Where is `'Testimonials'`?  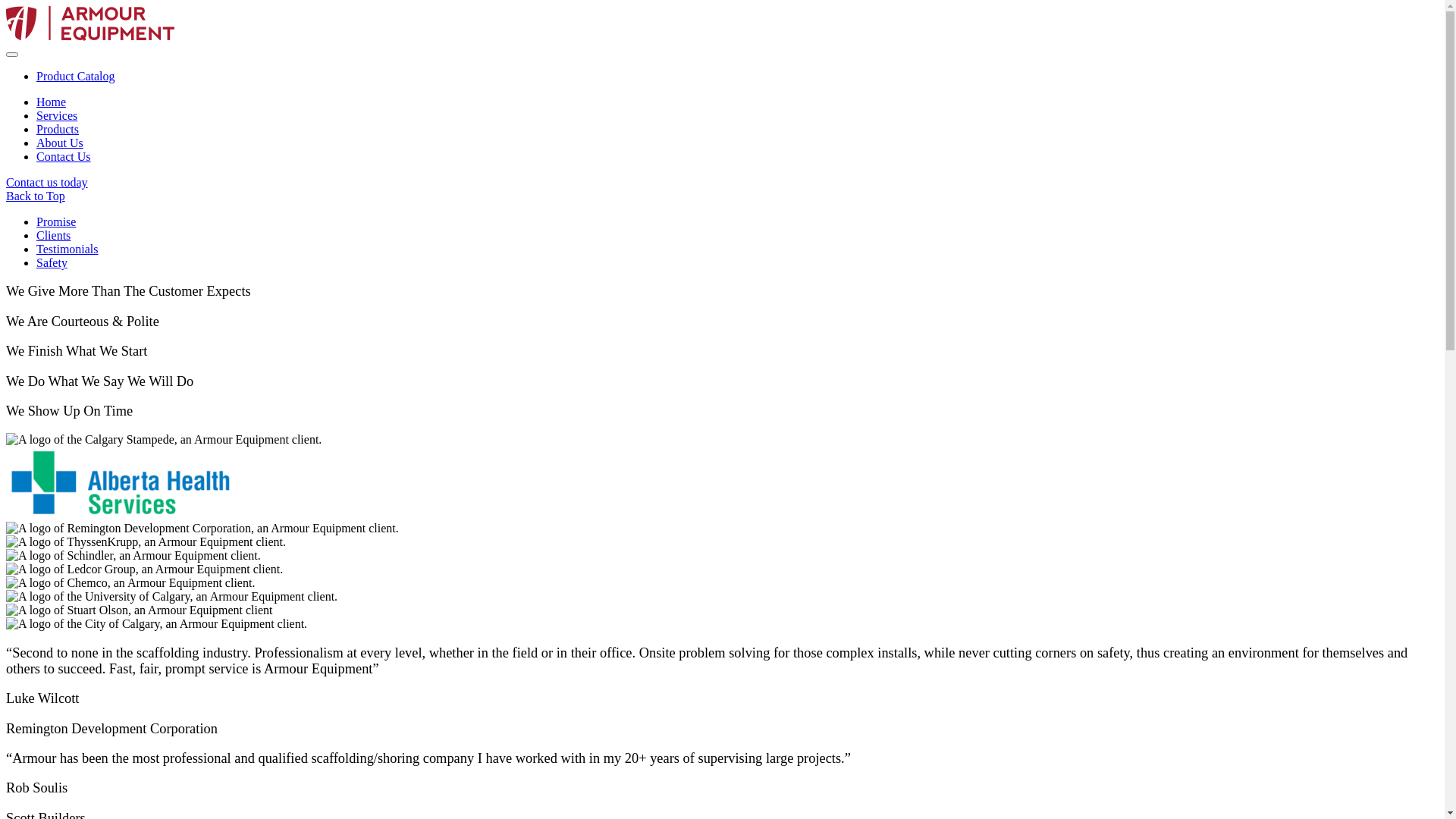
'Testimonials' is located at coordinates (36, 248).